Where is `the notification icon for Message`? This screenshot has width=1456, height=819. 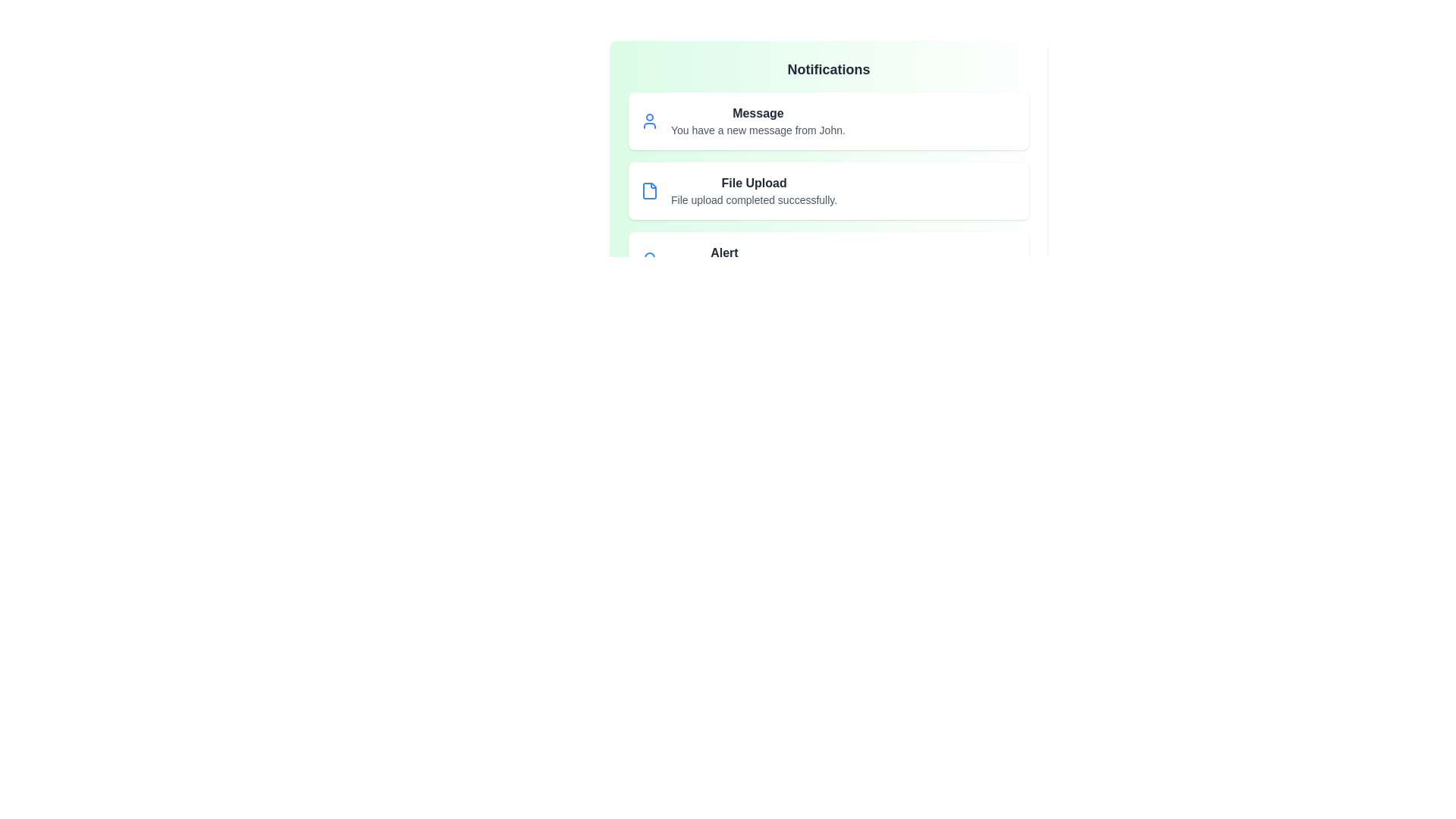 the notification icon for Message is located at coordinates (650, 120).